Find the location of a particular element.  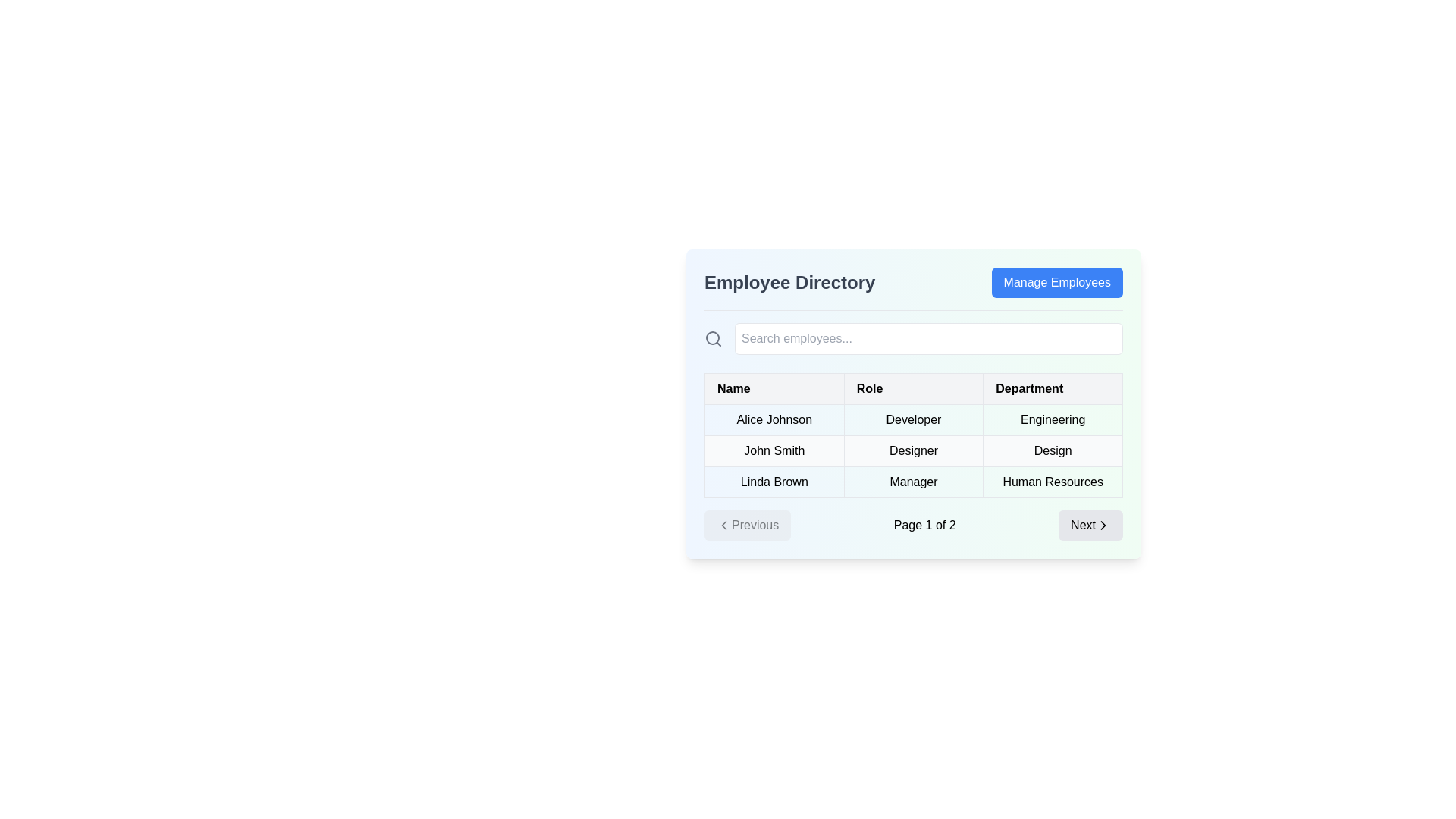

the 'Role' text label for 'John Smith' in the table which displays job titles is located at coordinates (912, 450).